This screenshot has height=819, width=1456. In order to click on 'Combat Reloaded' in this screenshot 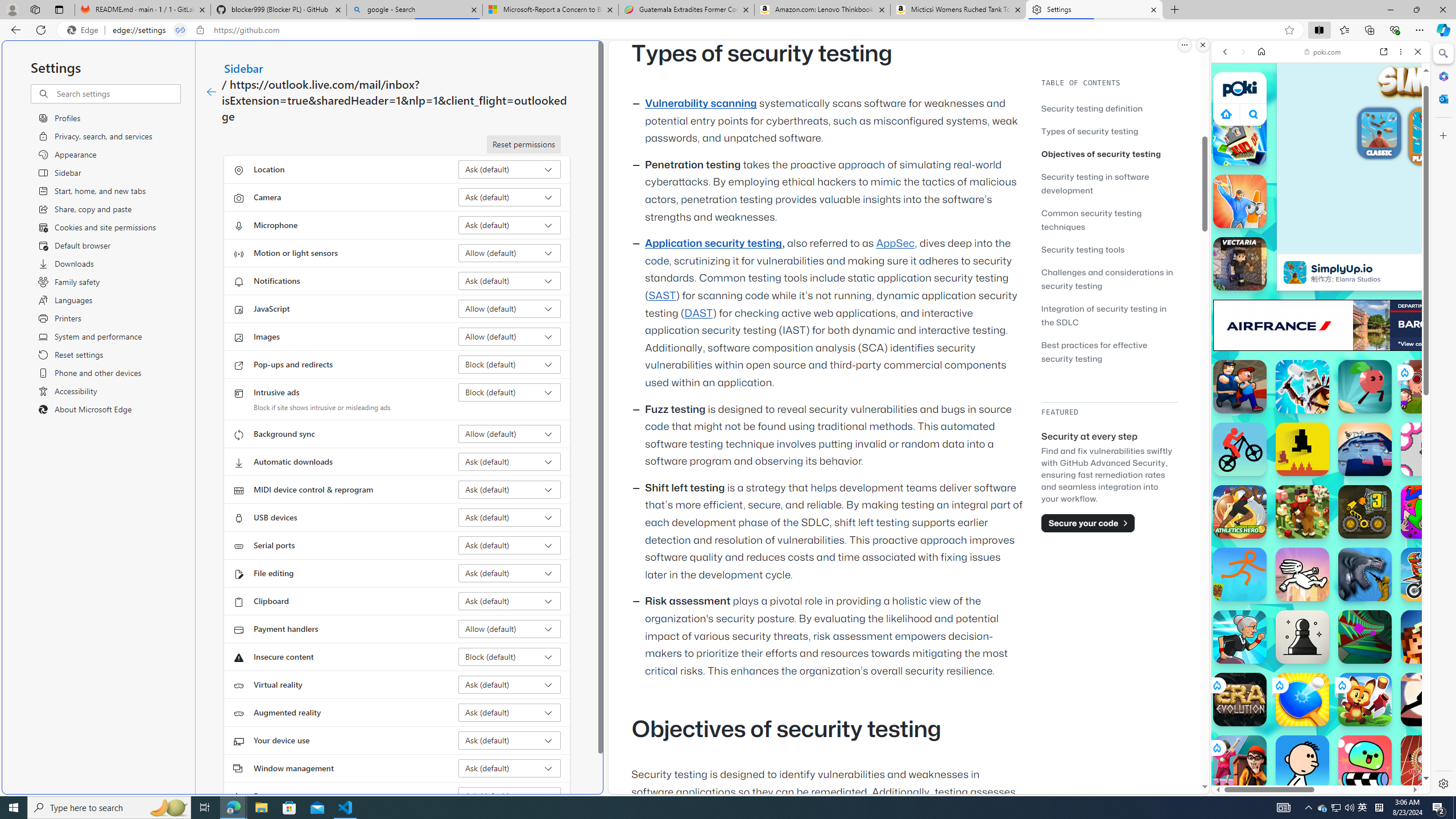, I will do `click(1349, 523)`.